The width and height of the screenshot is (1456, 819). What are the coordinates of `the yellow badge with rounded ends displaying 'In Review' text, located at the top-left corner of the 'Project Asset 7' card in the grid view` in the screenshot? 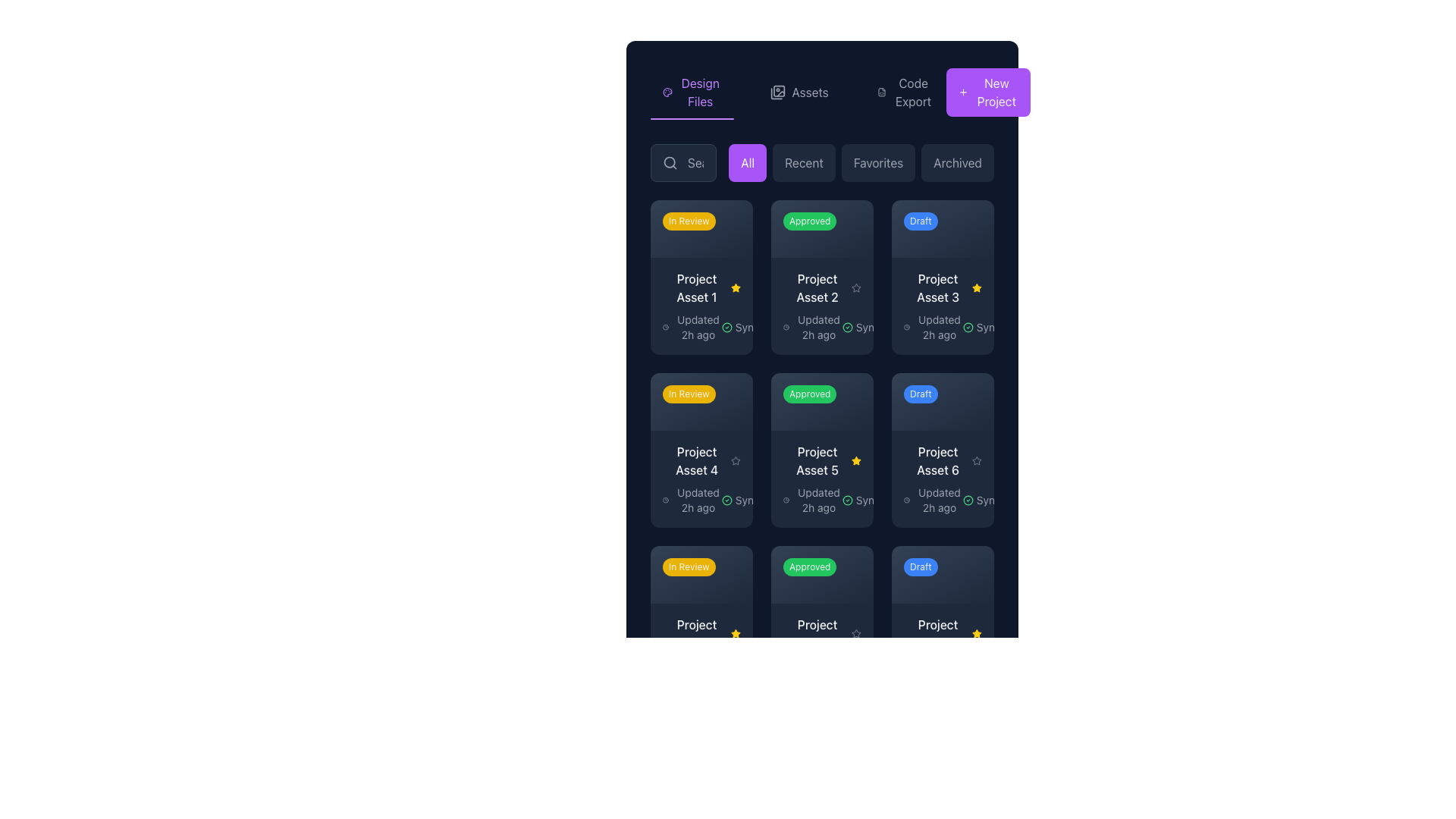 It's located at (701, 574).